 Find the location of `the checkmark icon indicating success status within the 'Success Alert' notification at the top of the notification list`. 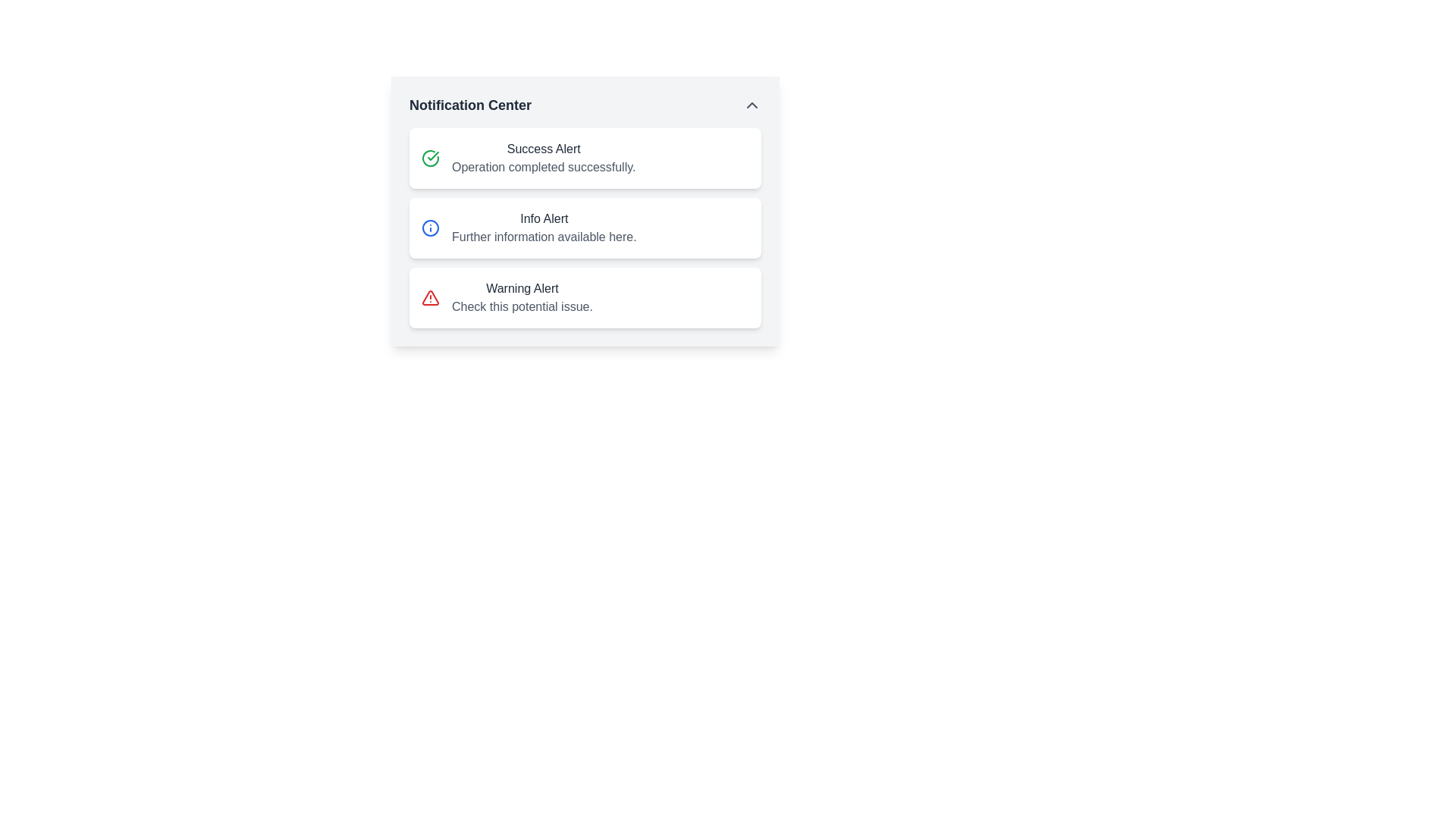

the checkmark icon indicating success status within the 'Success Alert' notification at the top of the notification list is located at coordinates (432, 155).